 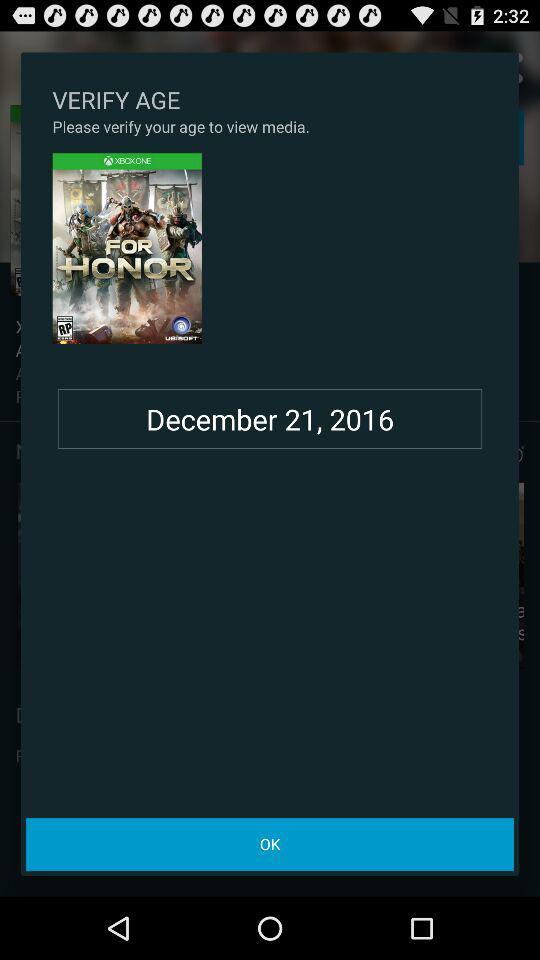 I want to click on item at the bottom, so click(x=270, y=843).